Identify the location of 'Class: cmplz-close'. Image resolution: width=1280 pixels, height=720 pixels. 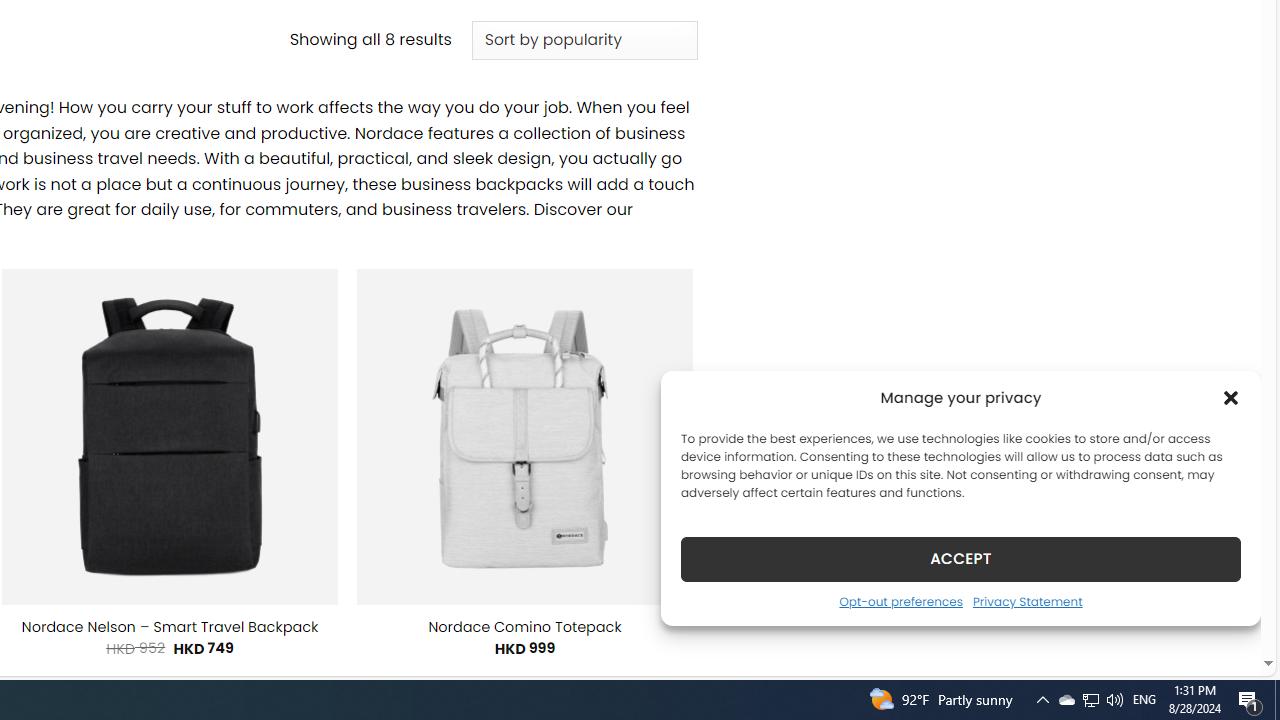
(1230, 397).